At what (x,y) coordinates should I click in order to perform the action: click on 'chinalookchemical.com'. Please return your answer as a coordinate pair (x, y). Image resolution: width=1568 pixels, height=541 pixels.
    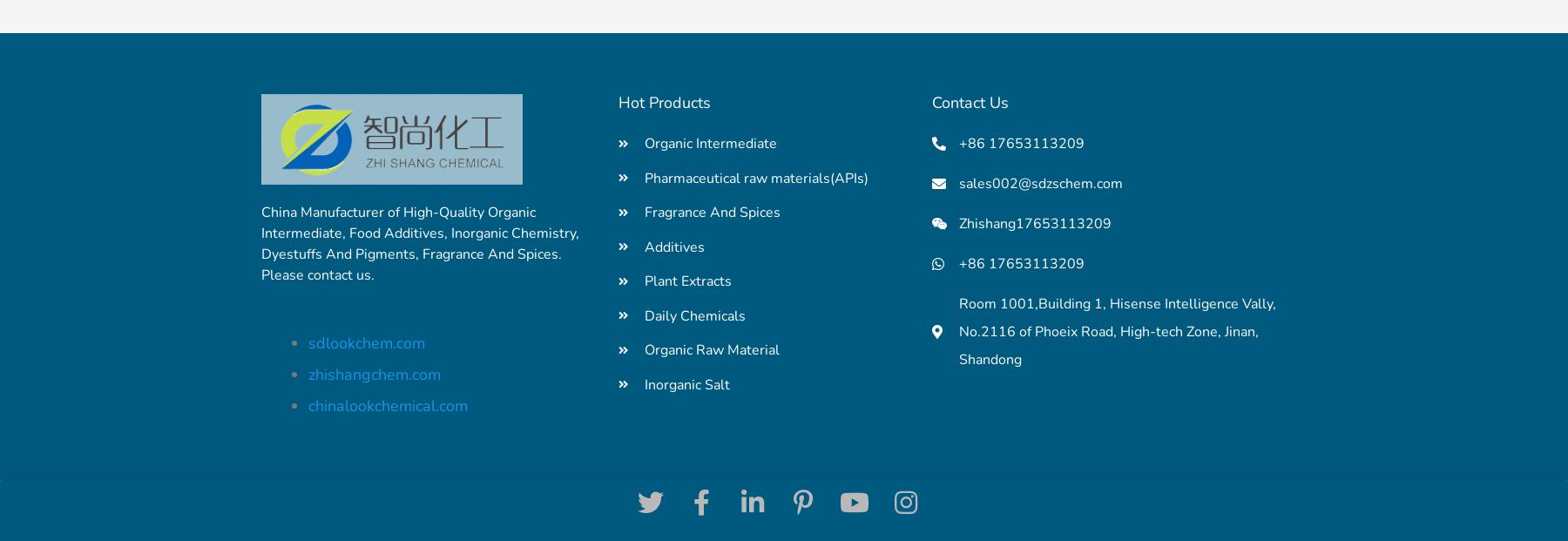
    Looking at the image, I should click on (388, 405).